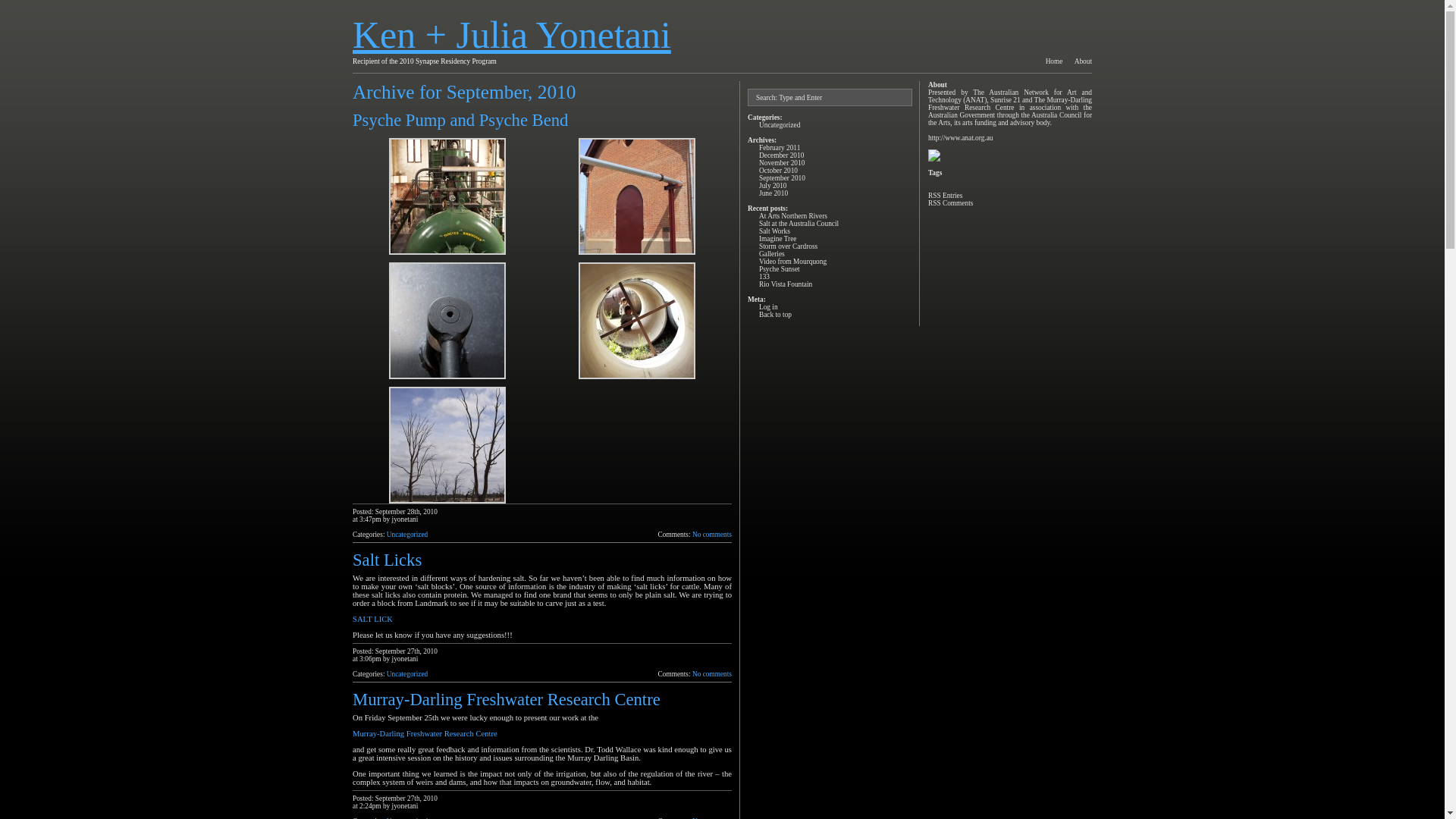  I want to click on 'Back to top', so click(775, 314).